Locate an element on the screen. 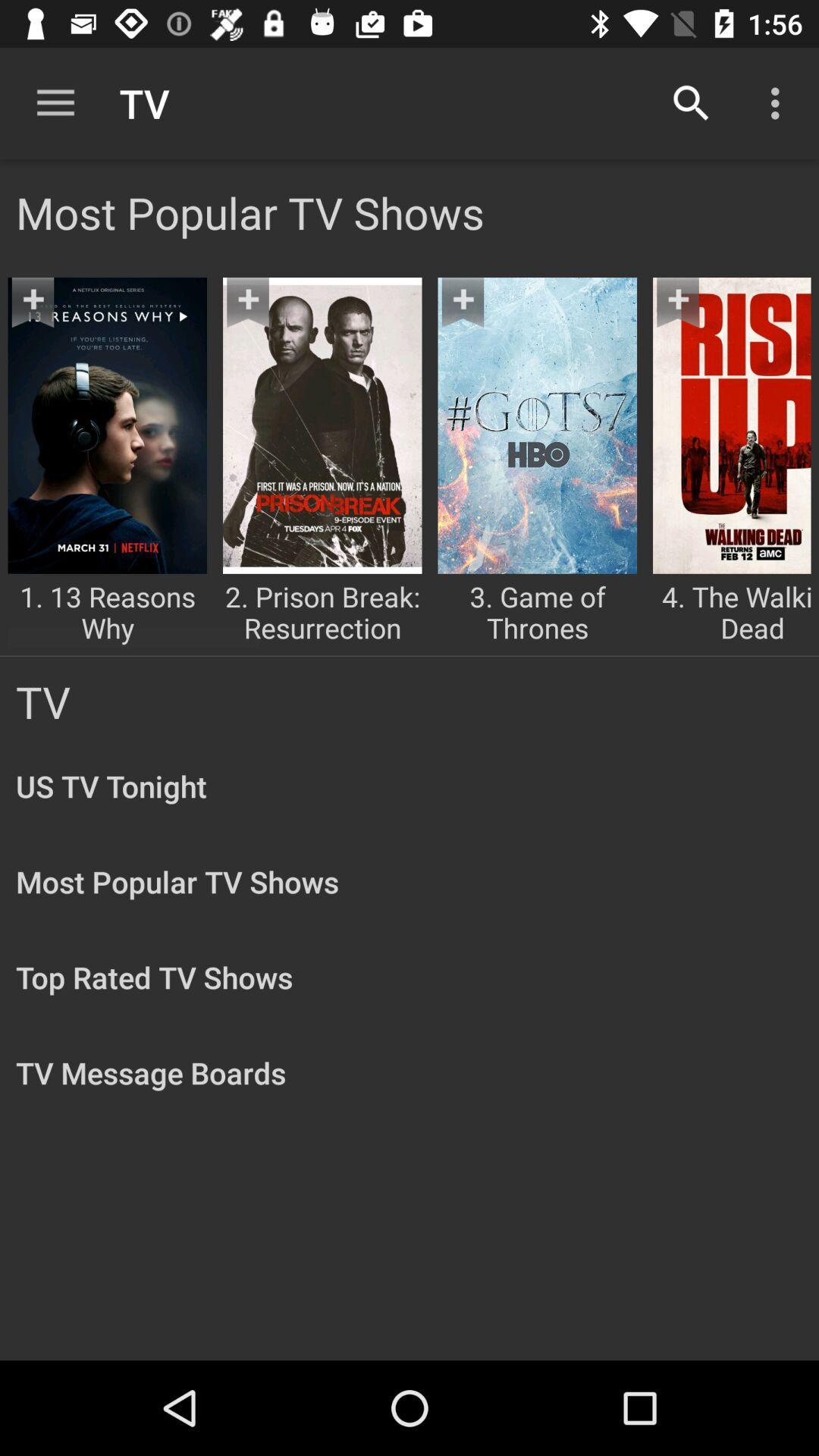  the item to the right of tv item is located at coordinates (691, 102).